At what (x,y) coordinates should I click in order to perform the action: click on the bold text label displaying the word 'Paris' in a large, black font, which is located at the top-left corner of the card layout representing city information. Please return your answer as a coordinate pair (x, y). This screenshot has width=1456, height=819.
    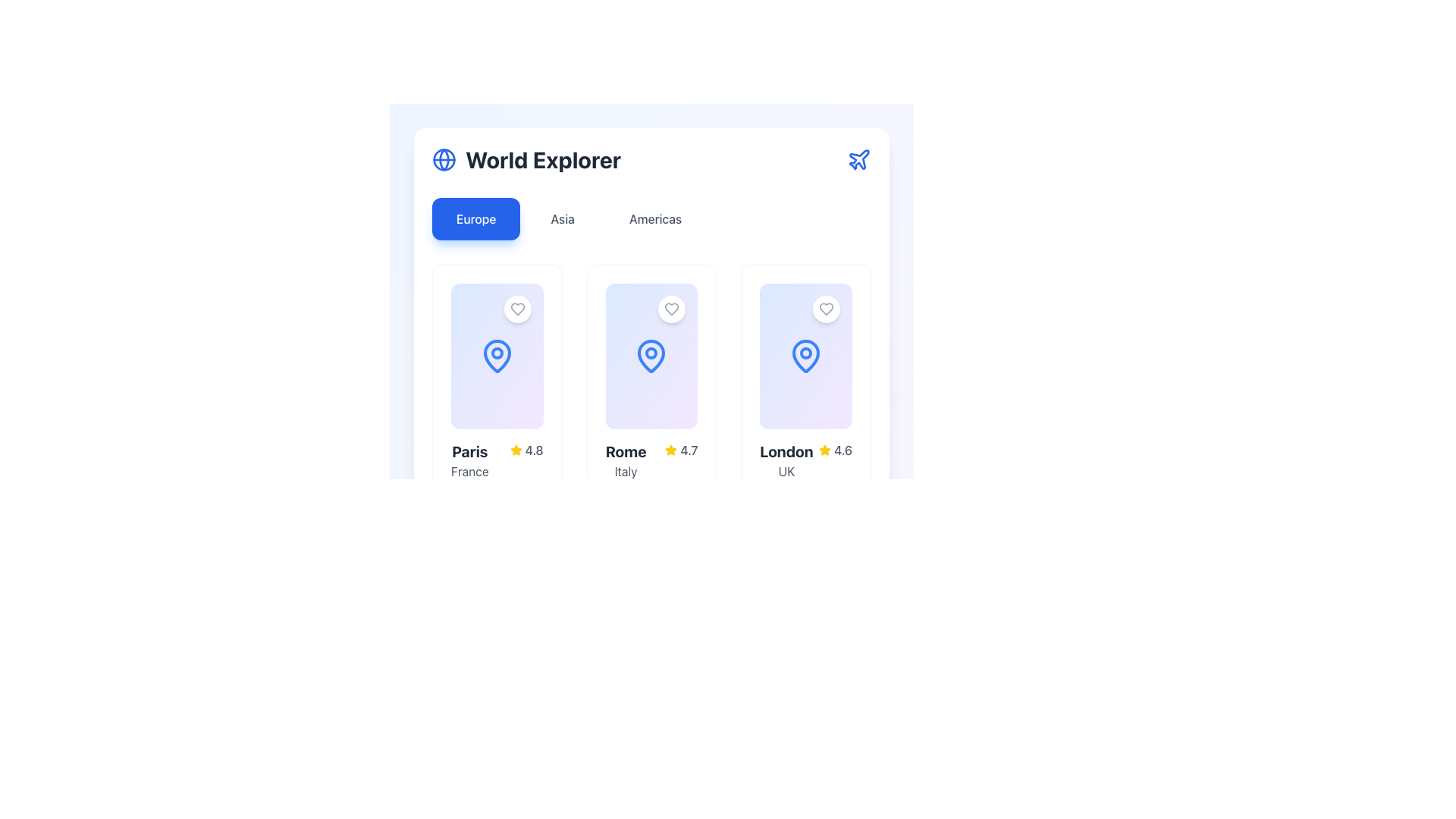
    Looking at the image, I should click on (469, 451).